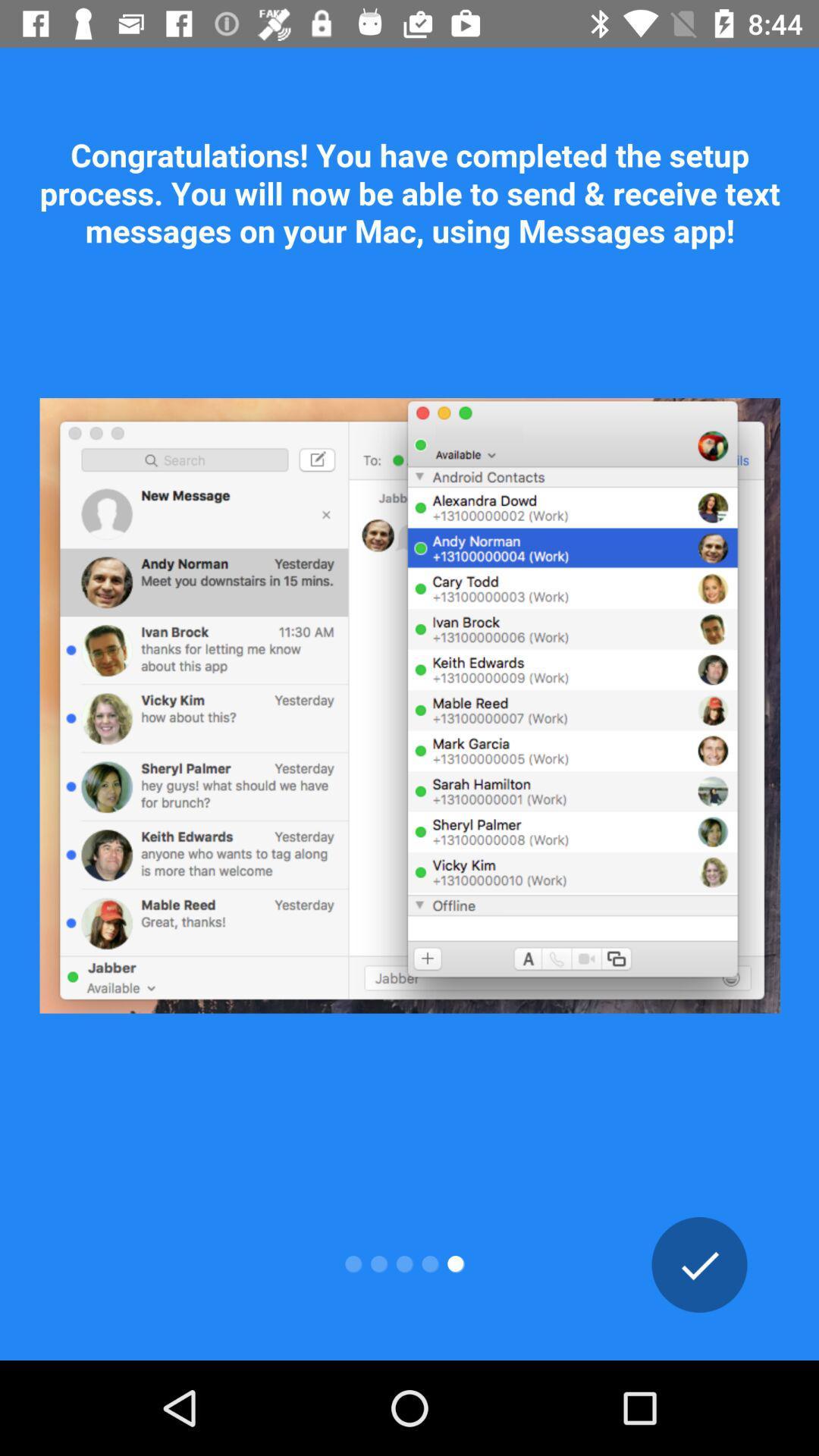  What do you see at coordinates (699, 1264) in the screenshot?
I see `ok button` at bounding box center [699, 1264].